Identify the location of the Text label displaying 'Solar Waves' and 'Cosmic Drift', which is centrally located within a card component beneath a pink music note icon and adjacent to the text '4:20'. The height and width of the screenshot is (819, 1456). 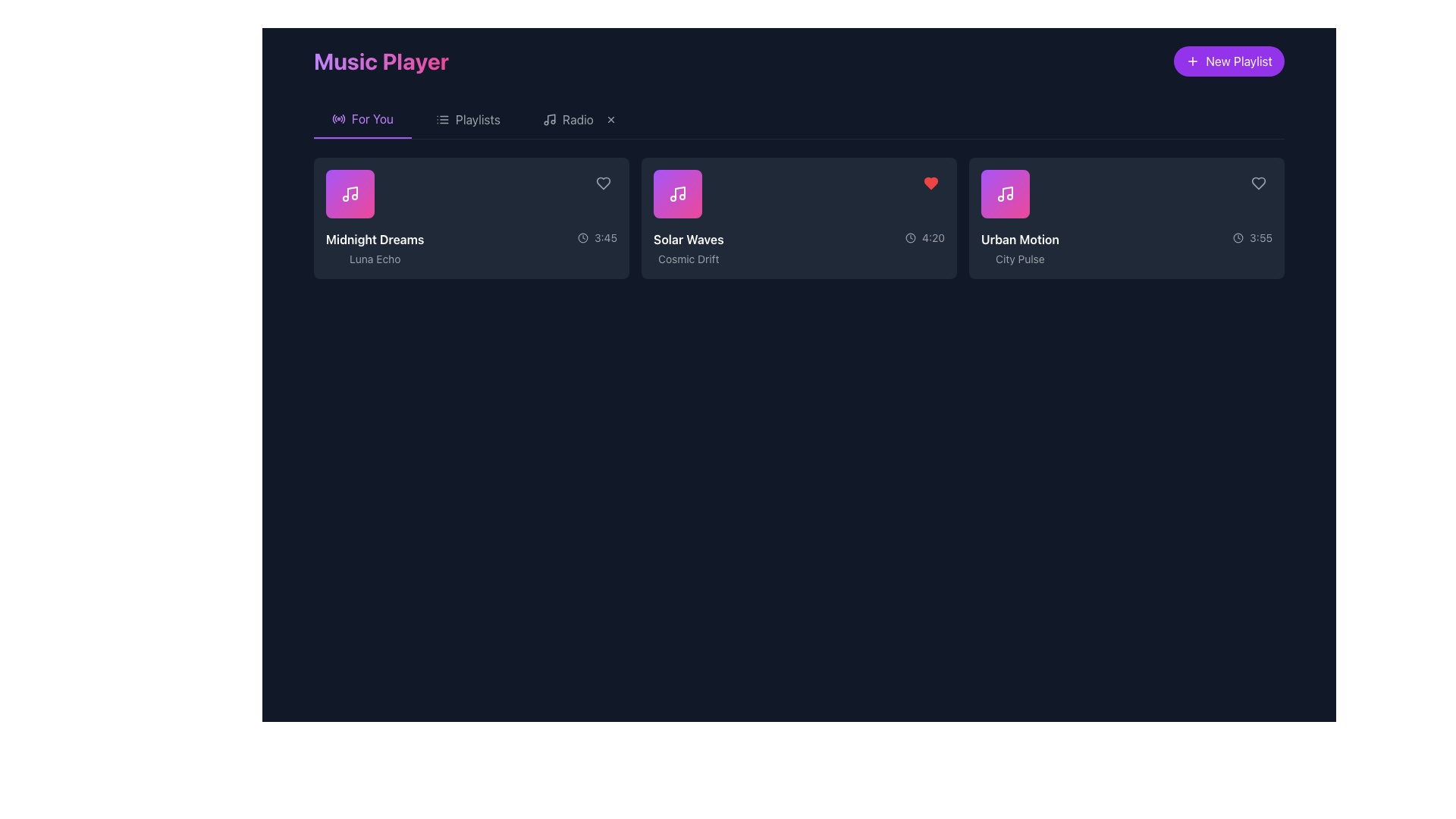
(688, 247).